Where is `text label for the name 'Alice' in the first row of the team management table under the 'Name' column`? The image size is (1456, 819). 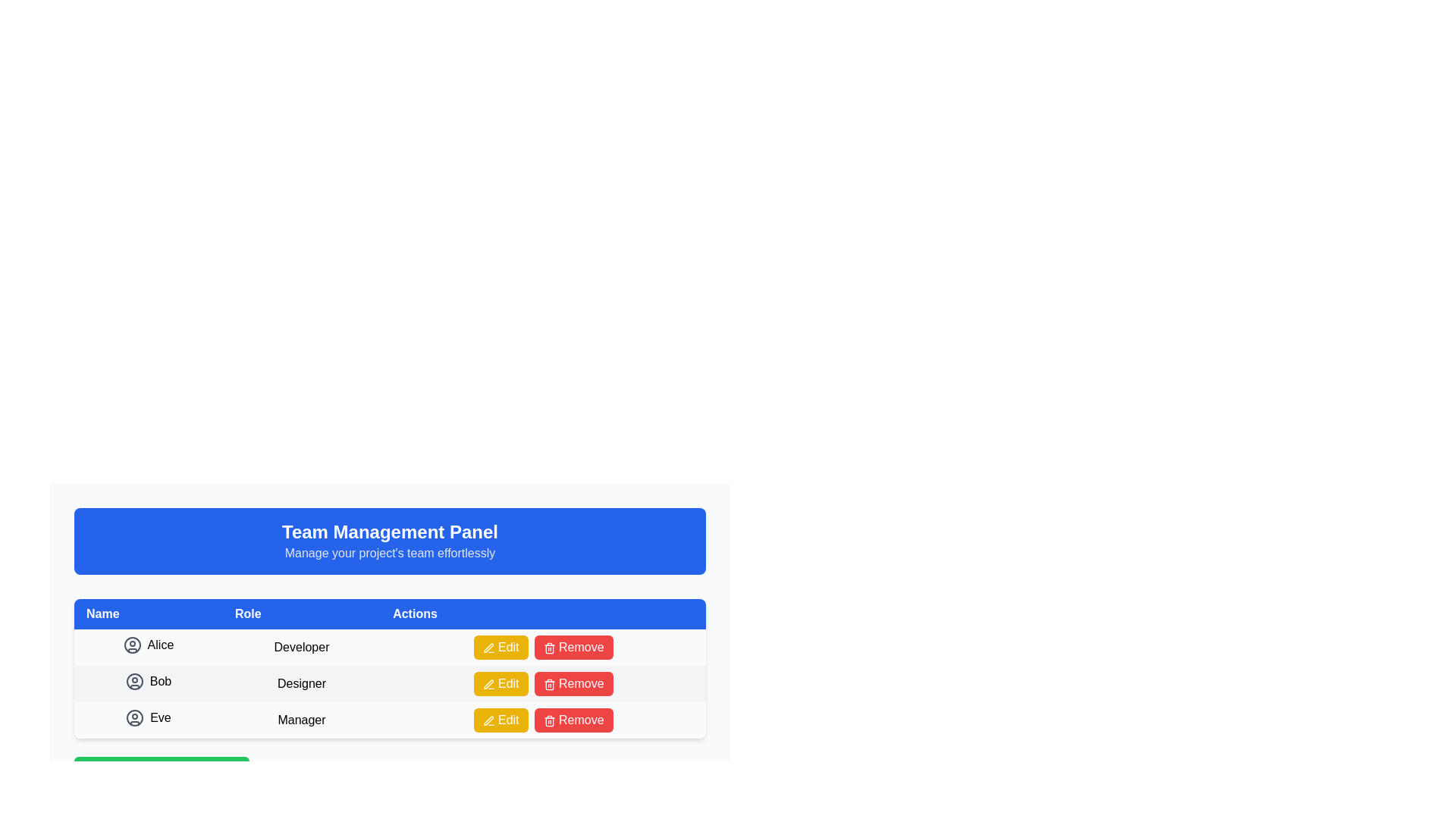 text label for the name 'Alice' in the first row of the team management table under the 'Name' column is located at coordinates (160, 645).